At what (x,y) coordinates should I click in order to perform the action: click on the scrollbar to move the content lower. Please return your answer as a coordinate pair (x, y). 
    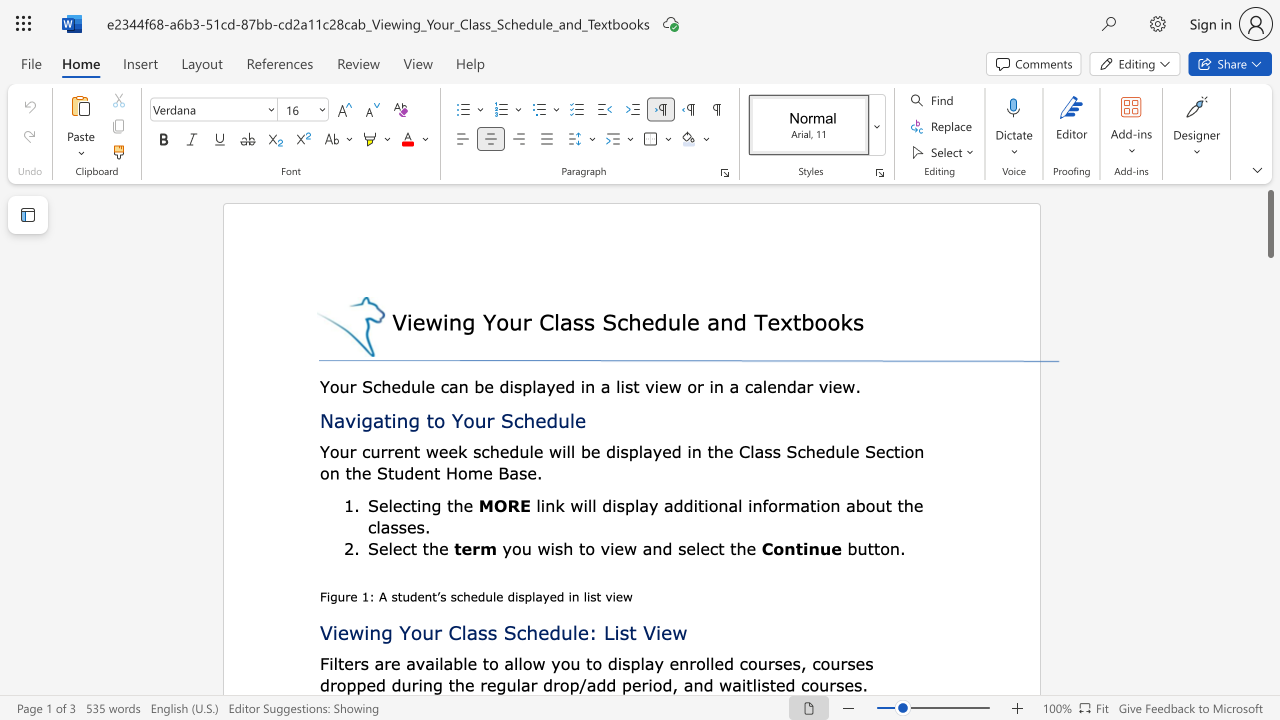
    Looking at the image, I should click on (1269, 428).